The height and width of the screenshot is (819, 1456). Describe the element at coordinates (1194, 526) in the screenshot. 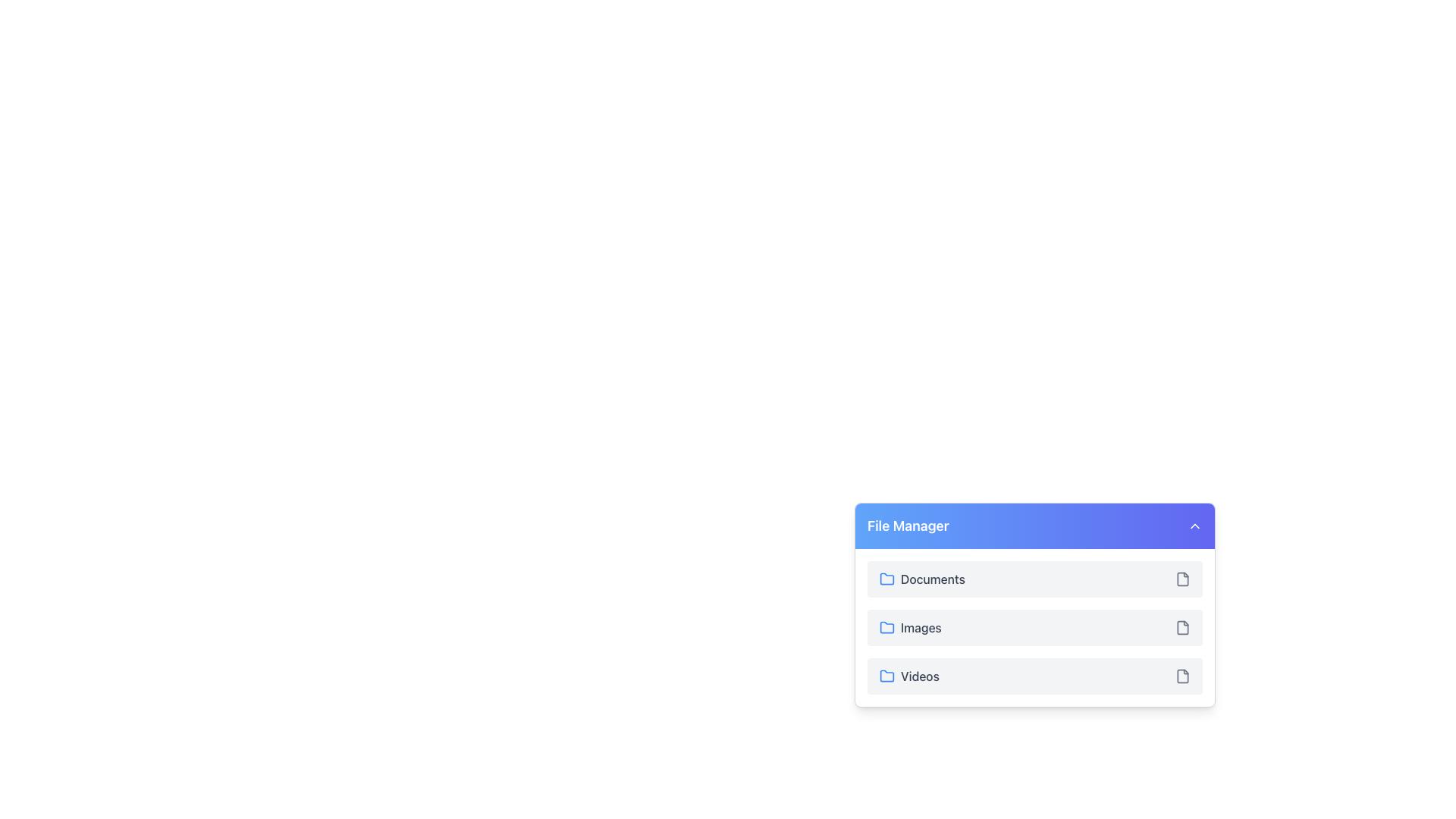

I see `the small upward-pointing chevron icon located at the far-right side of the blue header labeled 'File Manager'` at that location.